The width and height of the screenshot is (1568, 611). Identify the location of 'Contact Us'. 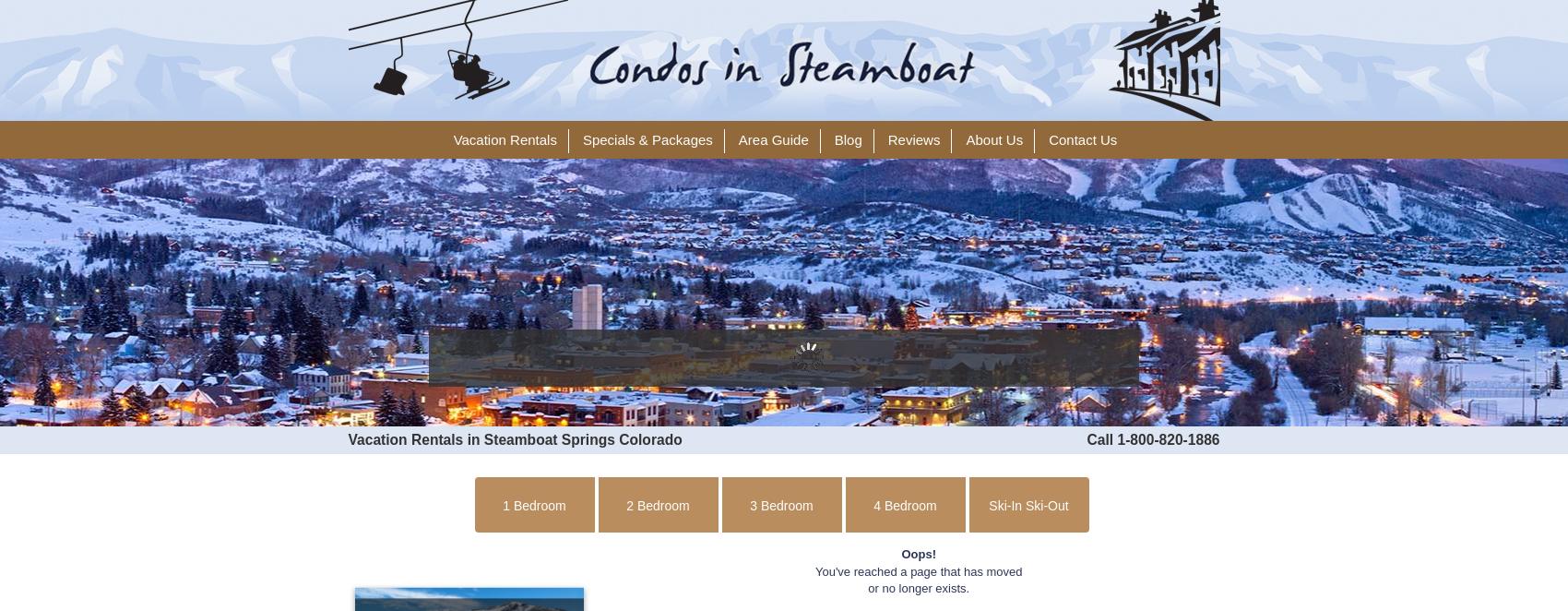
(1082, 139).